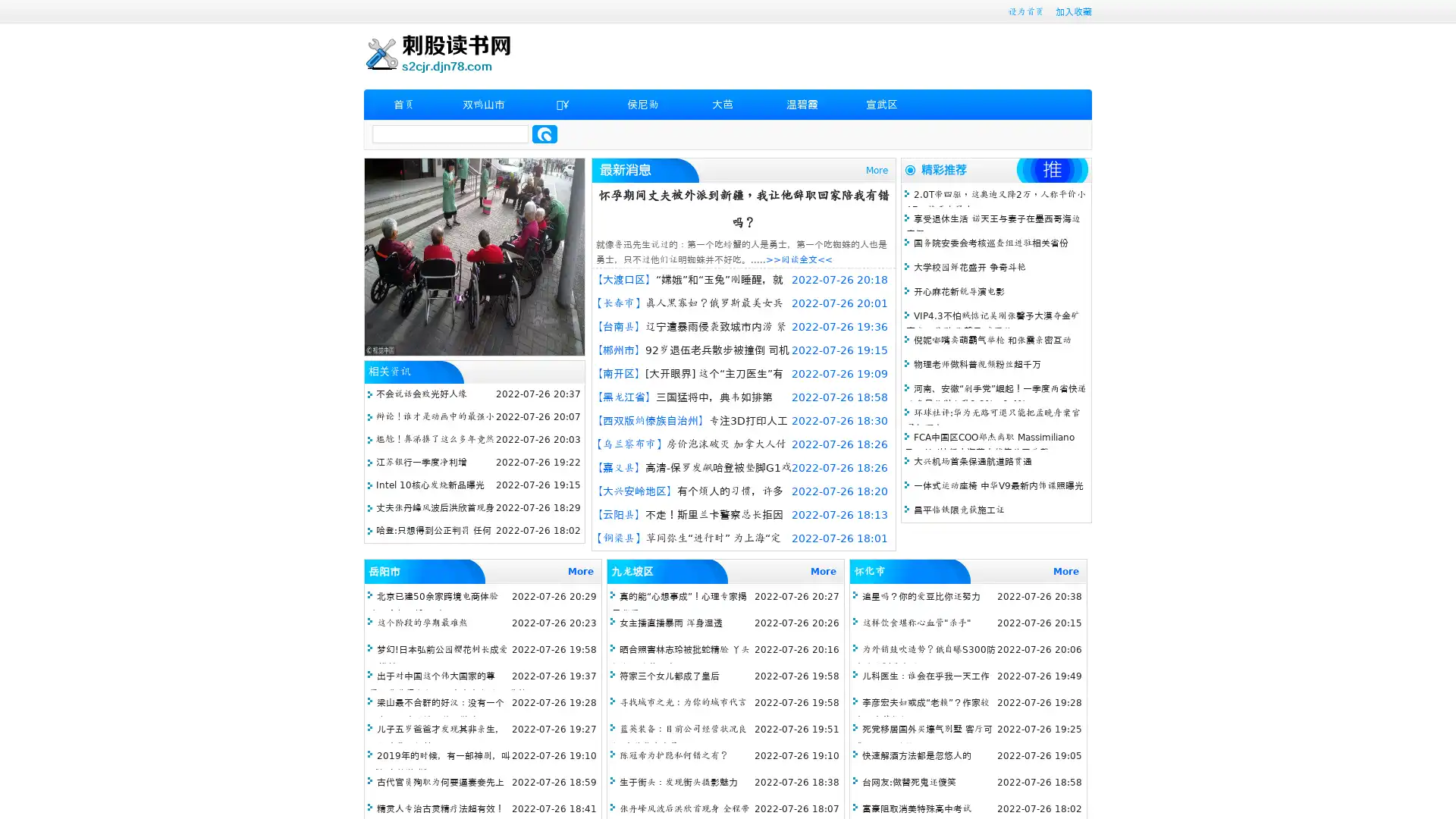 This screenshot has width=1456, height=819. What do you see at coordinates (544, 133) in the screenshot?
I see `Search` at bounding box center [544, 133].